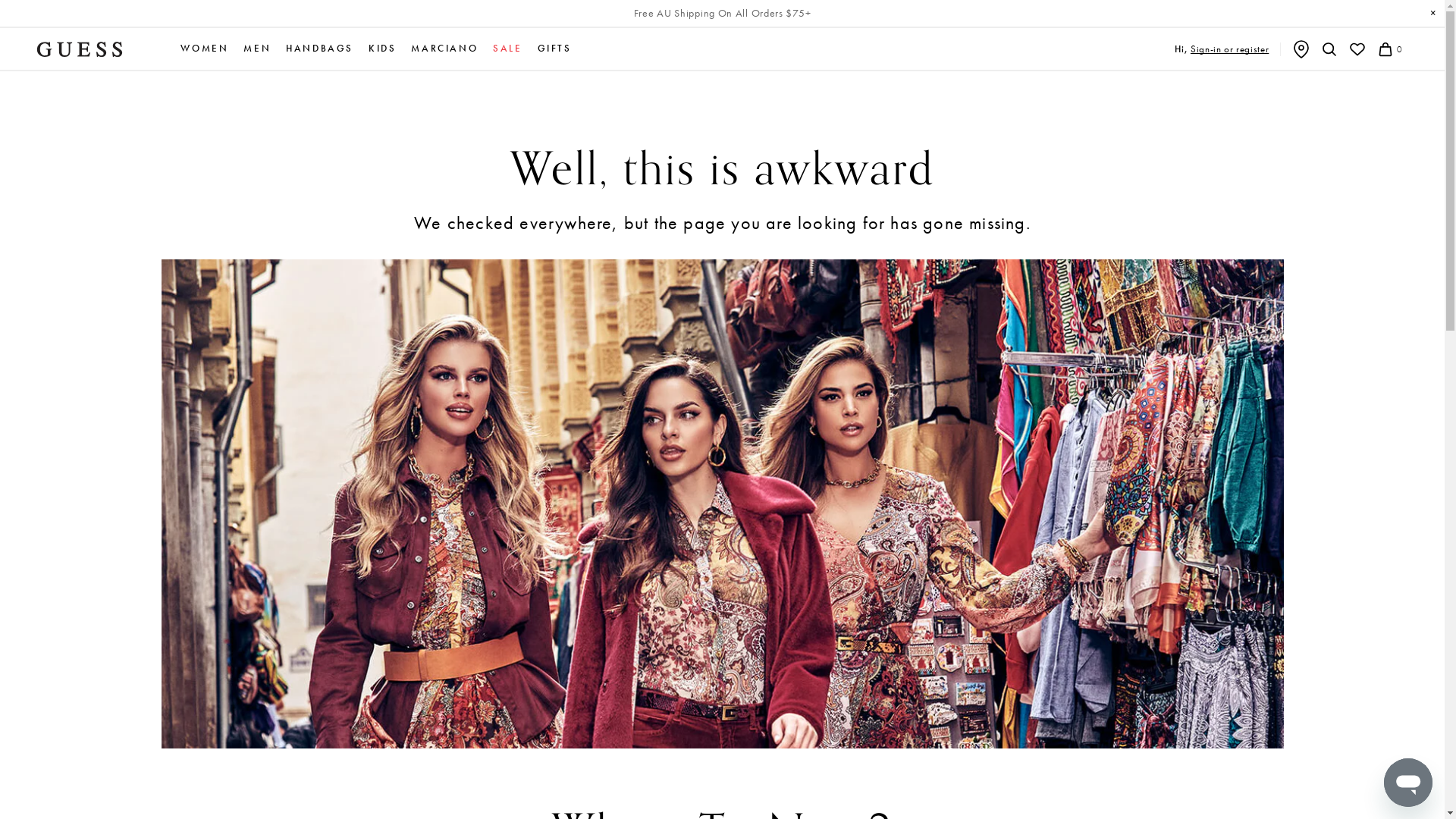 The height and width of the screenshot is (819, 1456). What do you see at coordinates (15, 8) in the screenshot?
I see `'Submit'` at bounding box center [15, 8].